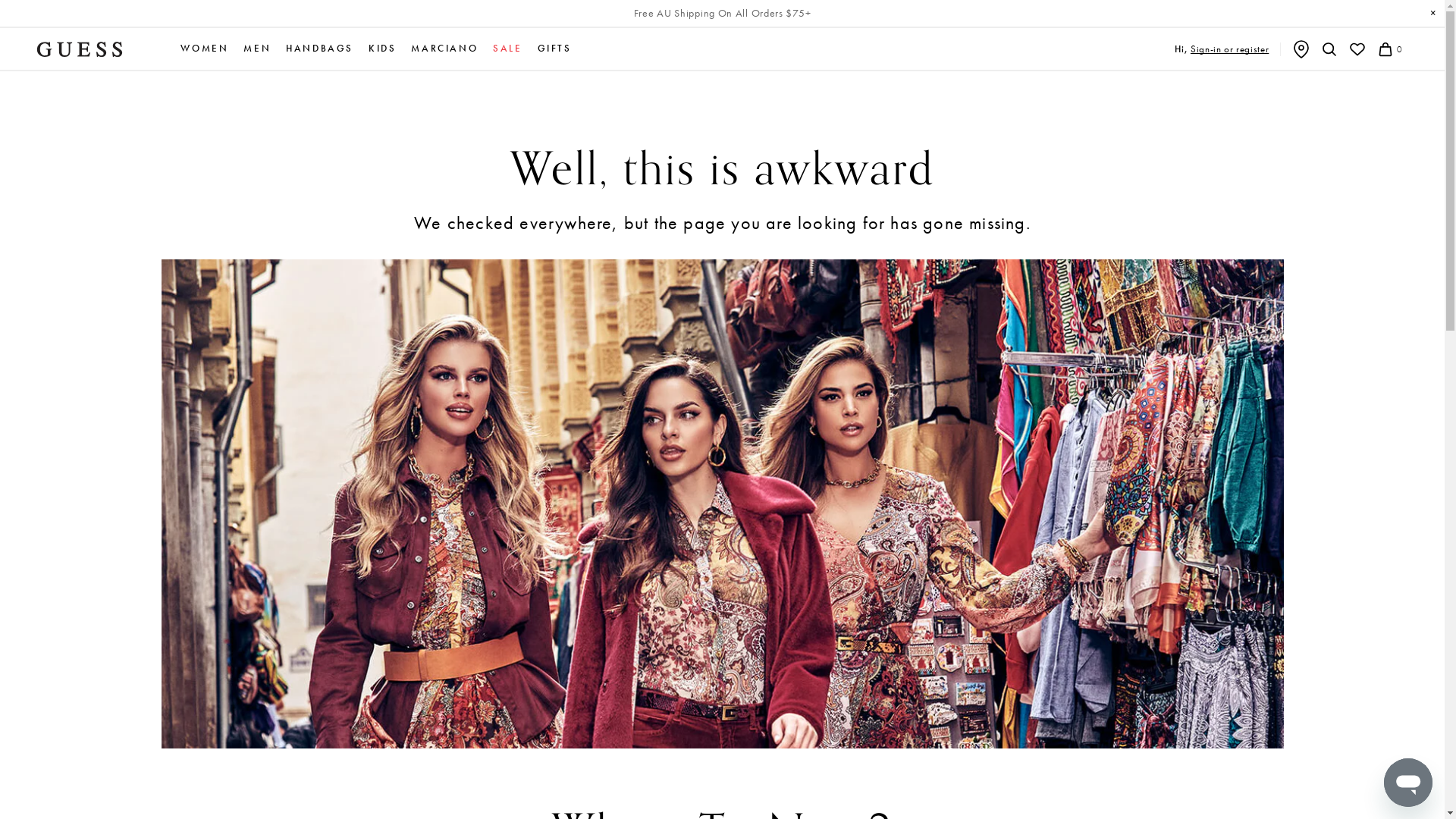 The height and width of the screenshot is (819, 1456). What do you see at coordinates (15, 8) in the screenshot?
I see `'Submit'` at bounding box center [15, 8].